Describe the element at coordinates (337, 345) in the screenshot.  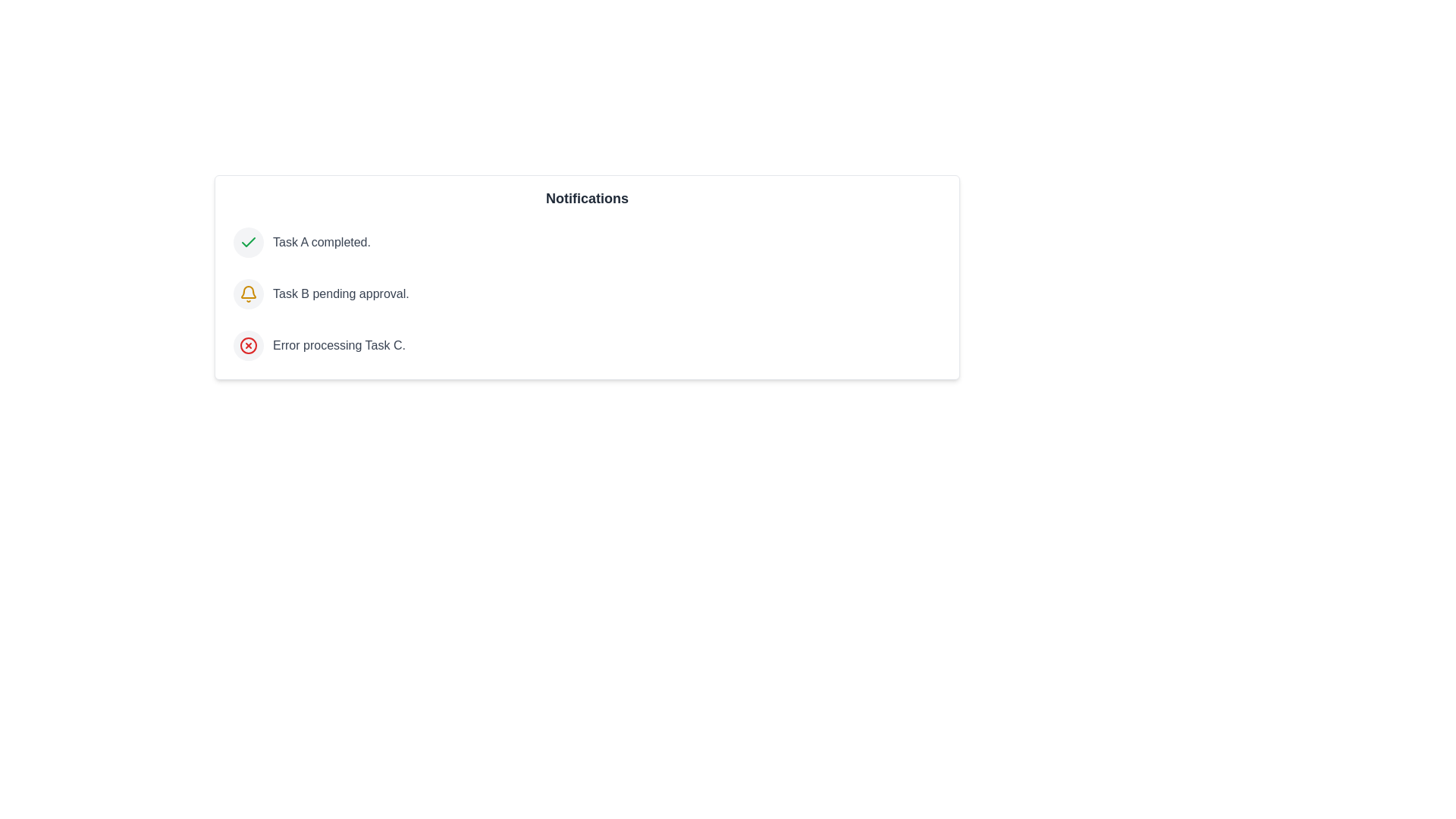
I see `the notification text for Error processing Task C` at that location.